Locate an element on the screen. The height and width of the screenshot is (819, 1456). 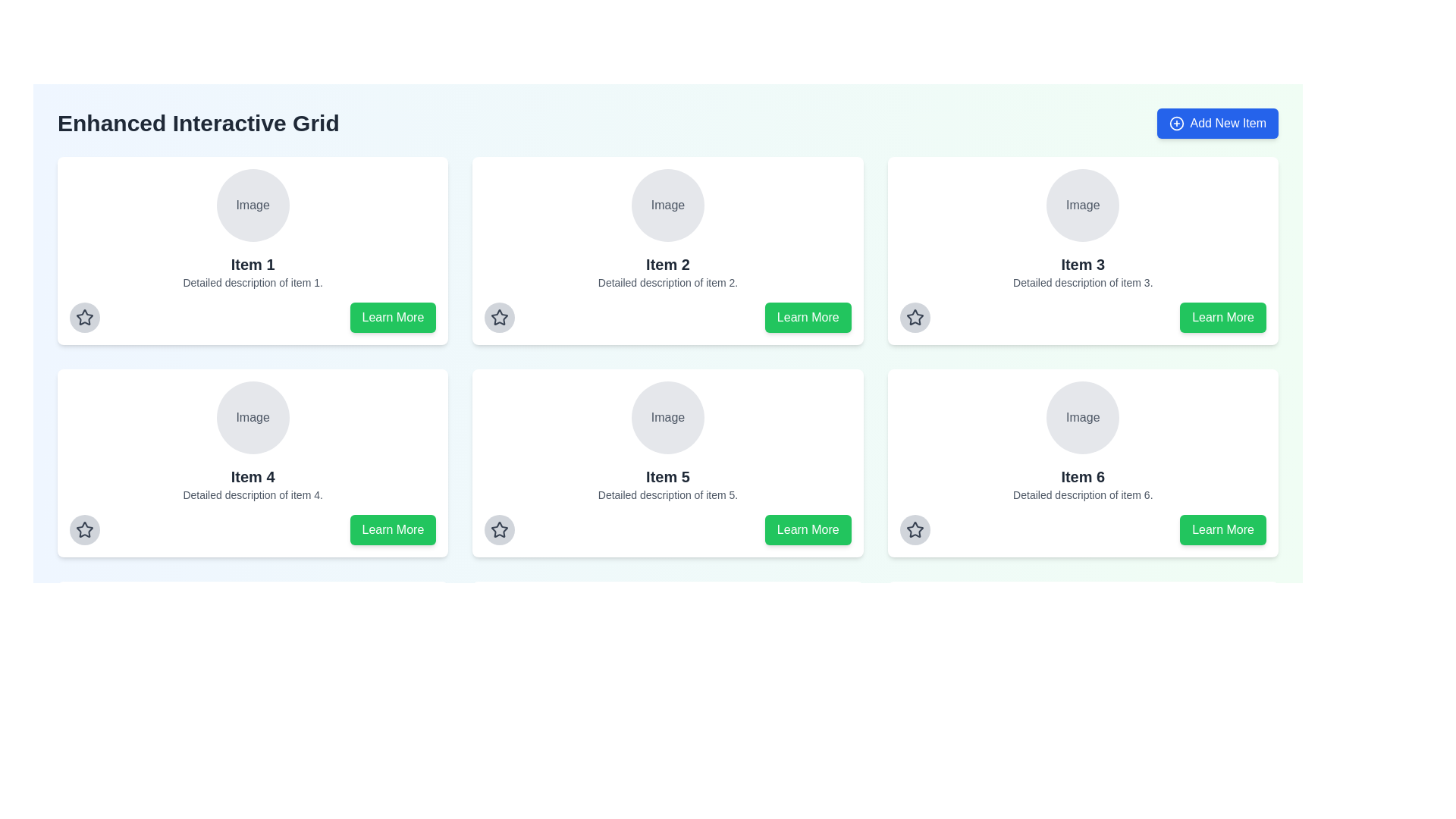
the 'Learn More' button located in the top-right section of the grid, which has a green background and white text is located at coordinates (1222, 317).